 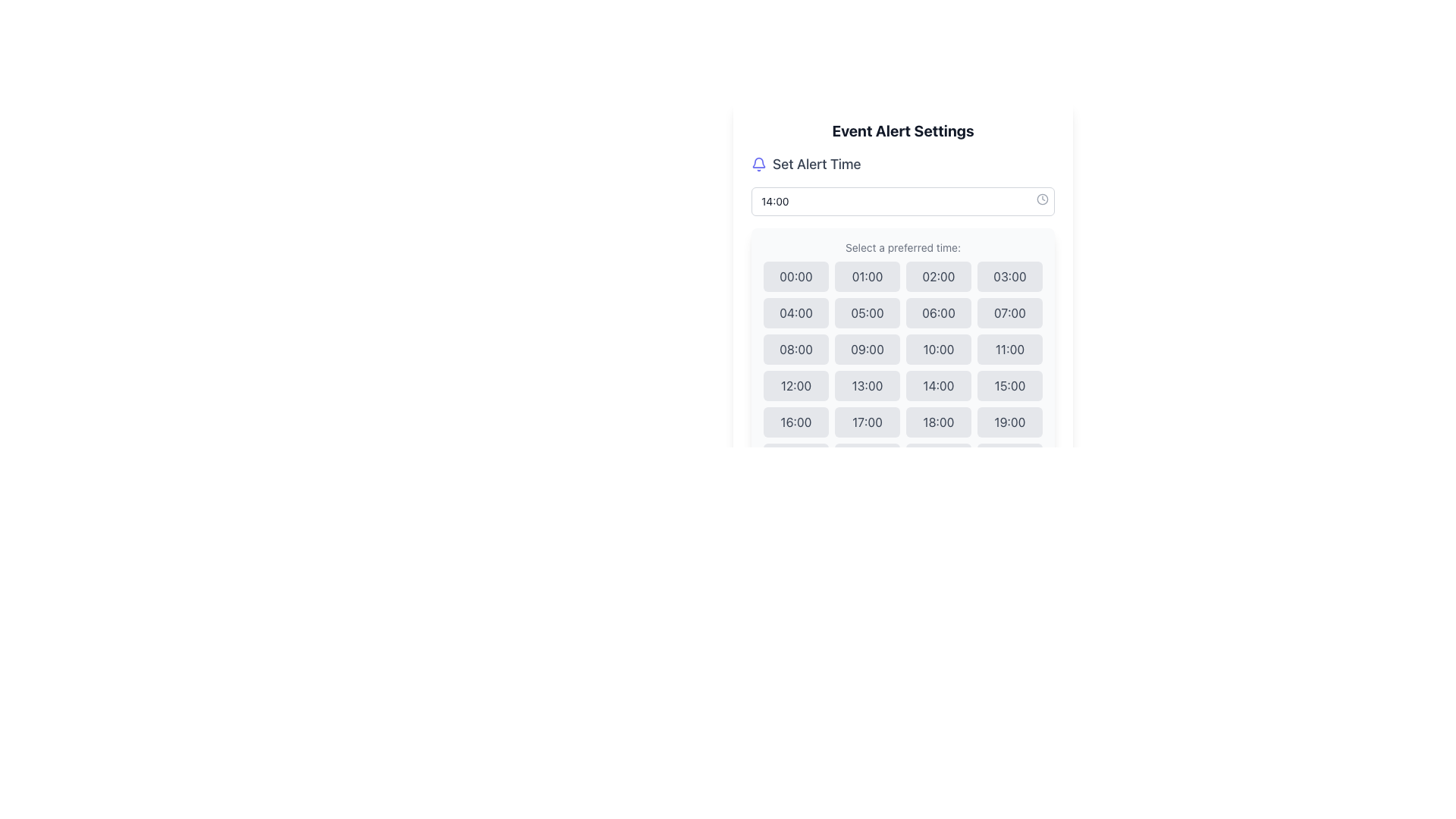 I want to click on the rectangular button labeled '07:00' with a light gray background, so click(x=1009, y=312).